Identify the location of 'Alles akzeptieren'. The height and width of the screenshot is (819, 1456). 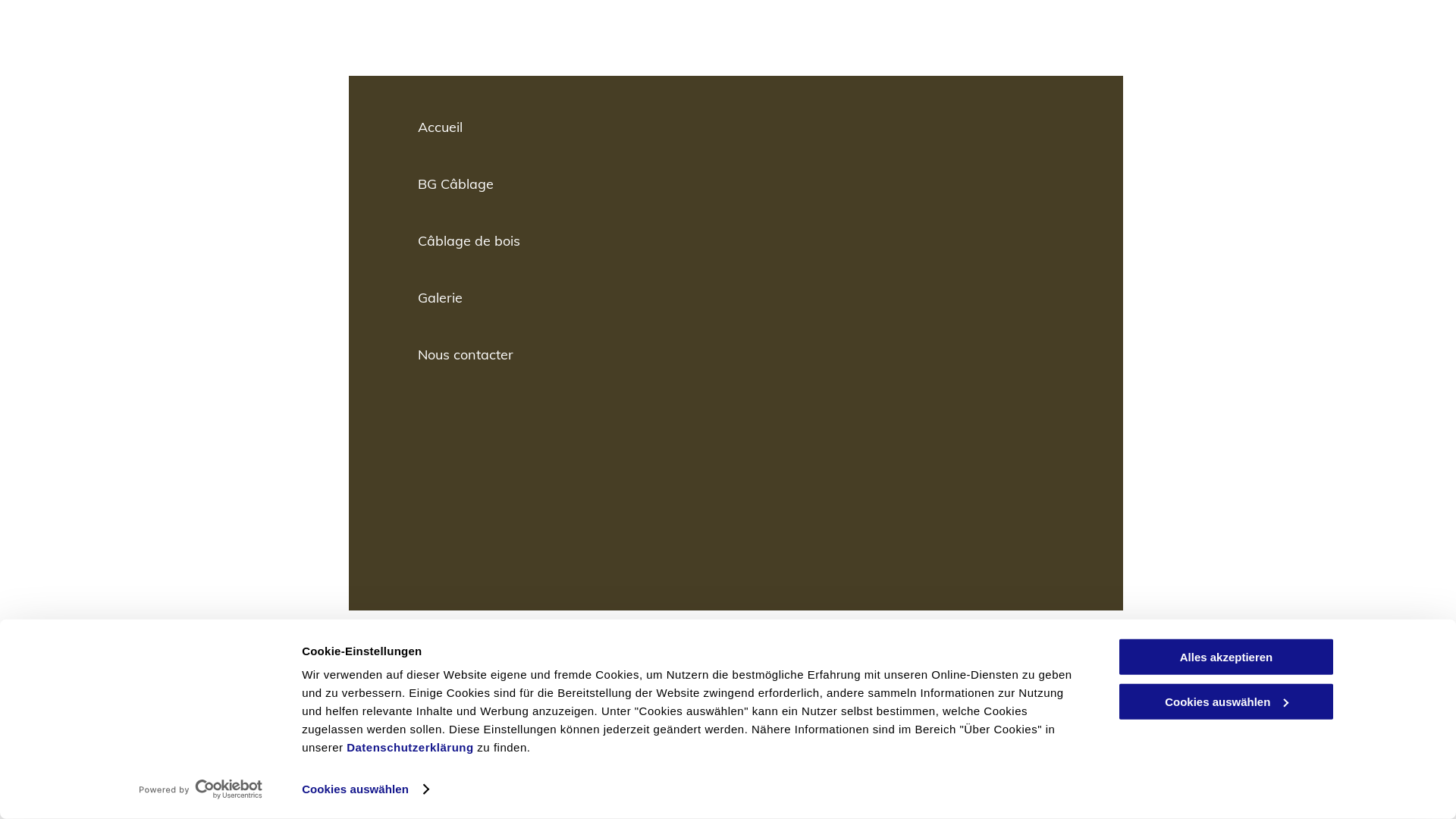
(1226, 656).